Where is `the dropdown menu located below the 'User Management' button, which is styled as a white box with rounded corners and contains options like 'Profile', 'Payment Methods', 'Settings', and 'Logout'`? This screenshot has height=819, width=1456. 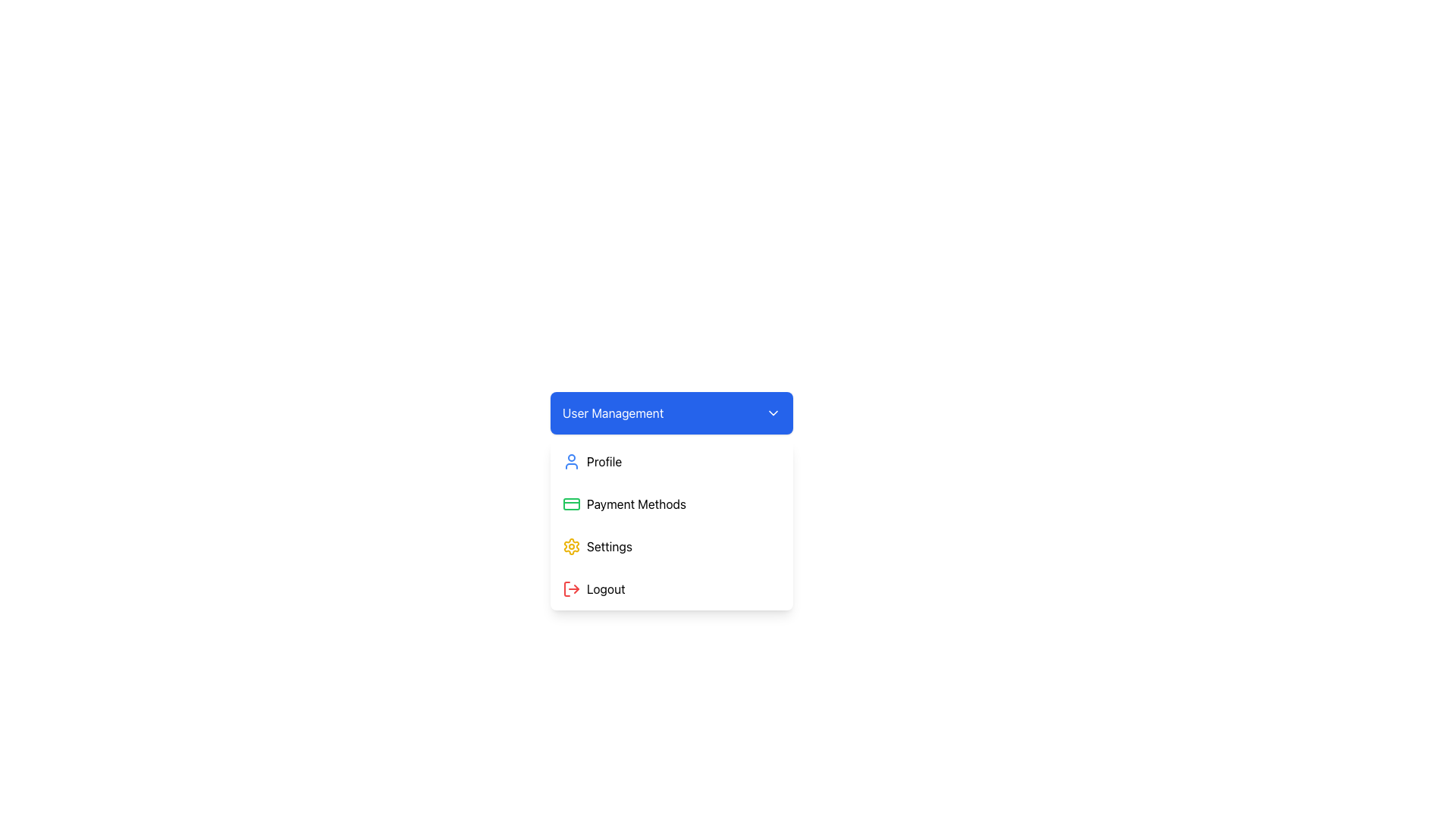 the dropdown menu located below the 'User Management' button, which is styled as a white box with rounded corners and contains options like 'Profile', 'Payment Methods', 'Settings', and 'Logout' is located at coordinates (671, 525).